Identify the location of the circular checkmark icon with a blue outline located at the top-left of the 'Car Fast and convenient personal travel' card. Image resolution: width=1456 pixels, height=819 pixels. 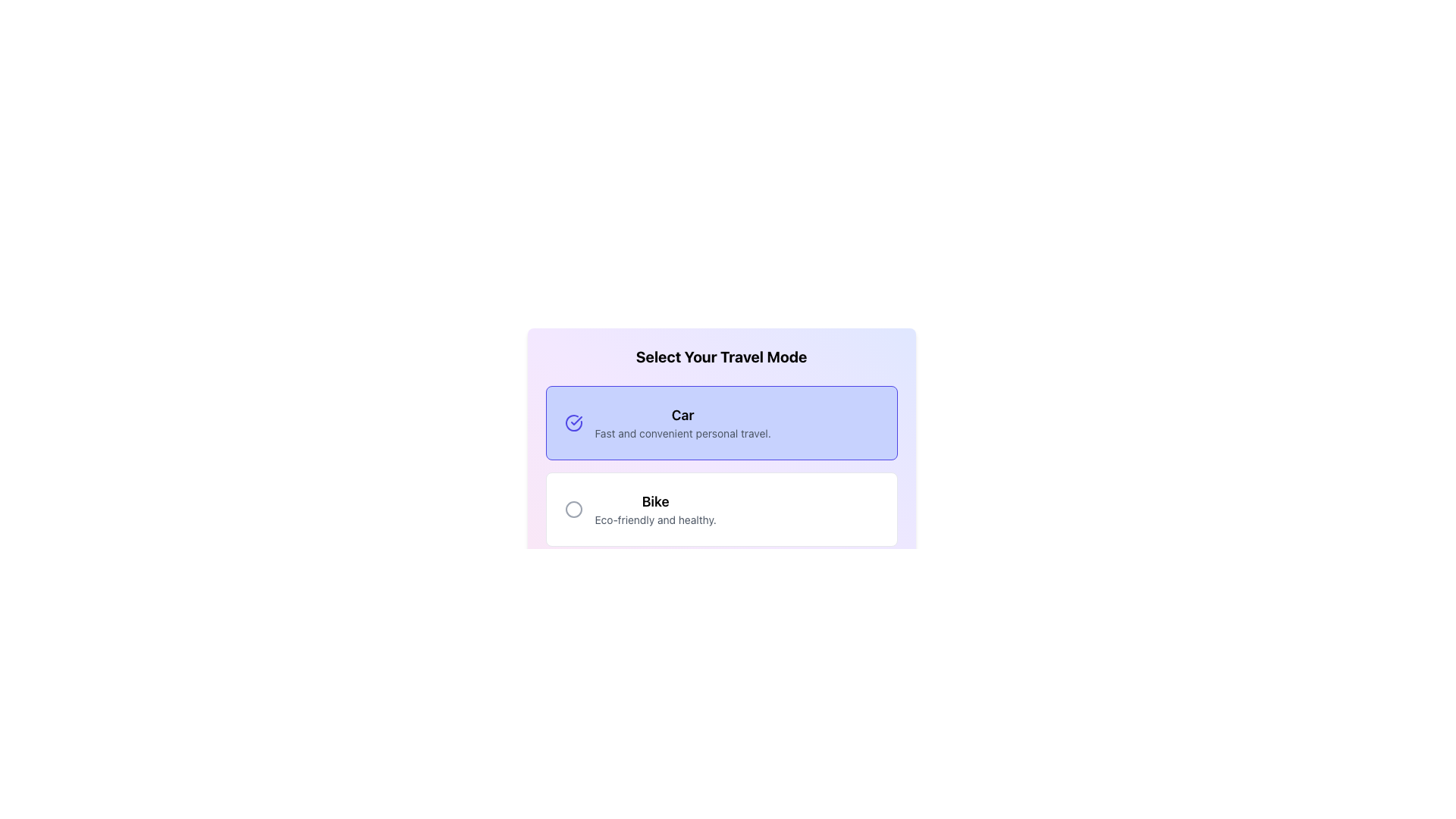
(573, 423).